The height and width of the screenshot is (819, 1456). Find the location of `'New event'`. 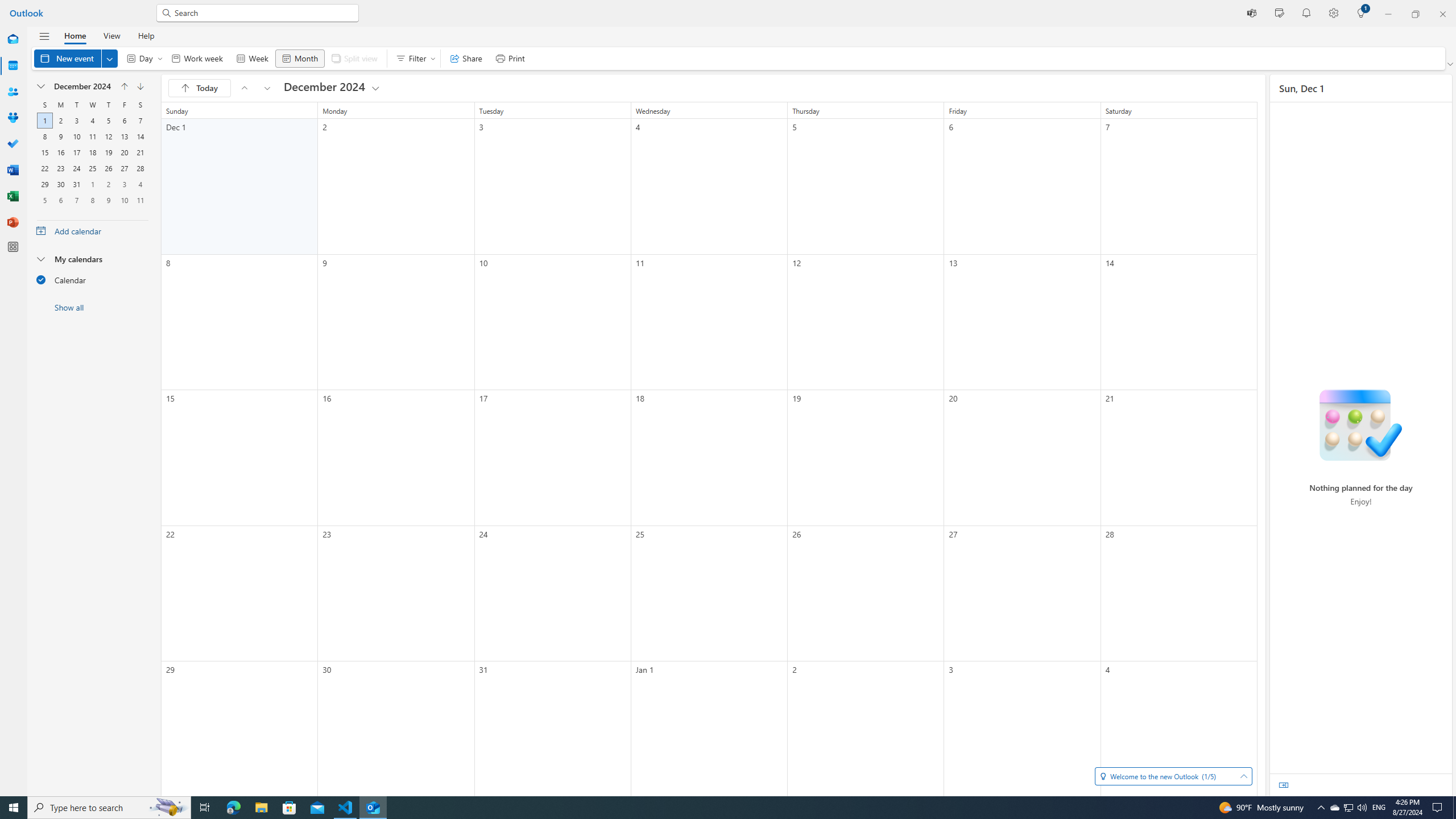

'New event' is located at coordinates (76, 58).